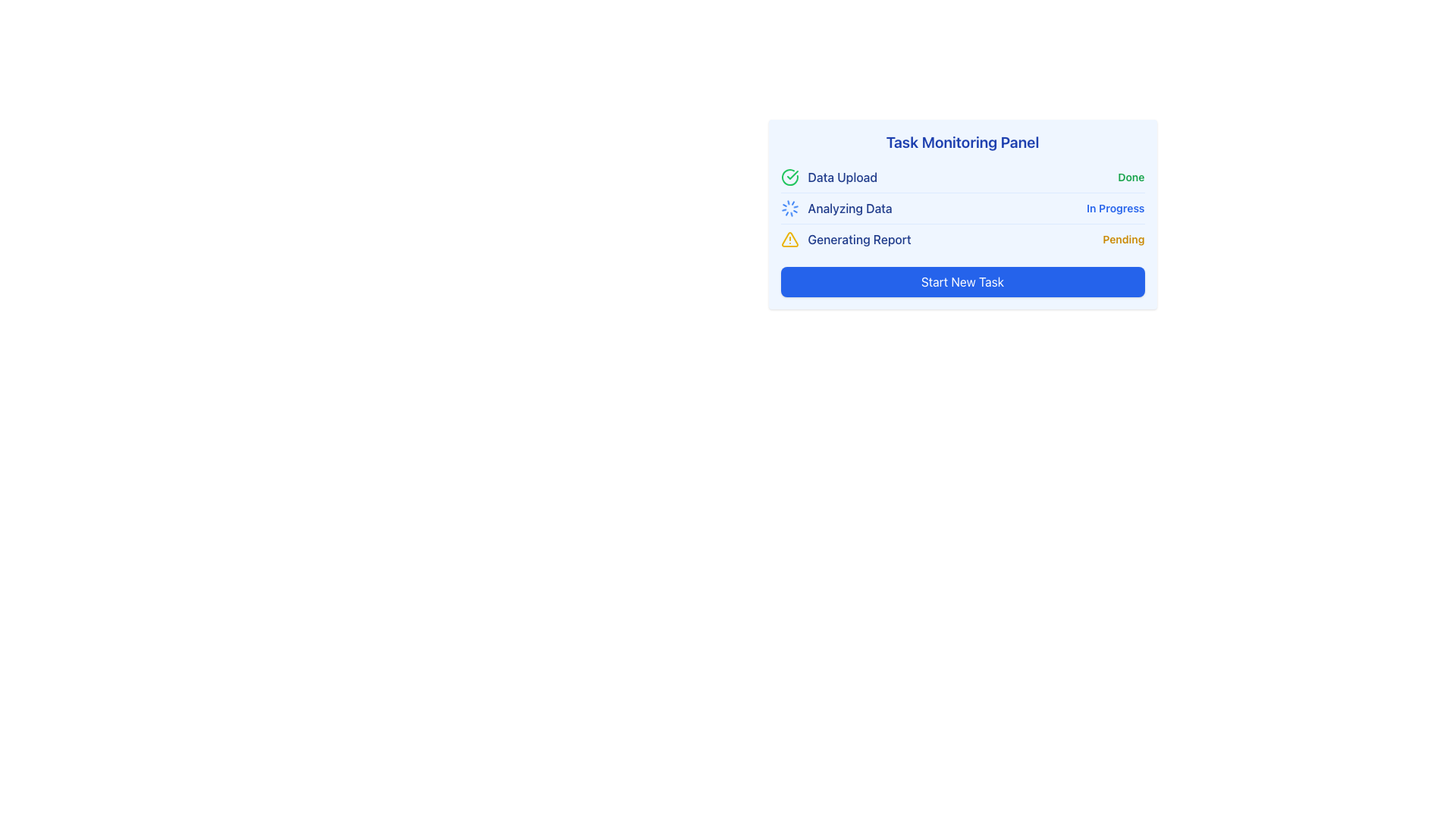 The image size is (1456, 819). I want to click on the completion indicator icon representing 'Data Upload' status located in the 'Task Monitoring Panel', so click(792, 174).